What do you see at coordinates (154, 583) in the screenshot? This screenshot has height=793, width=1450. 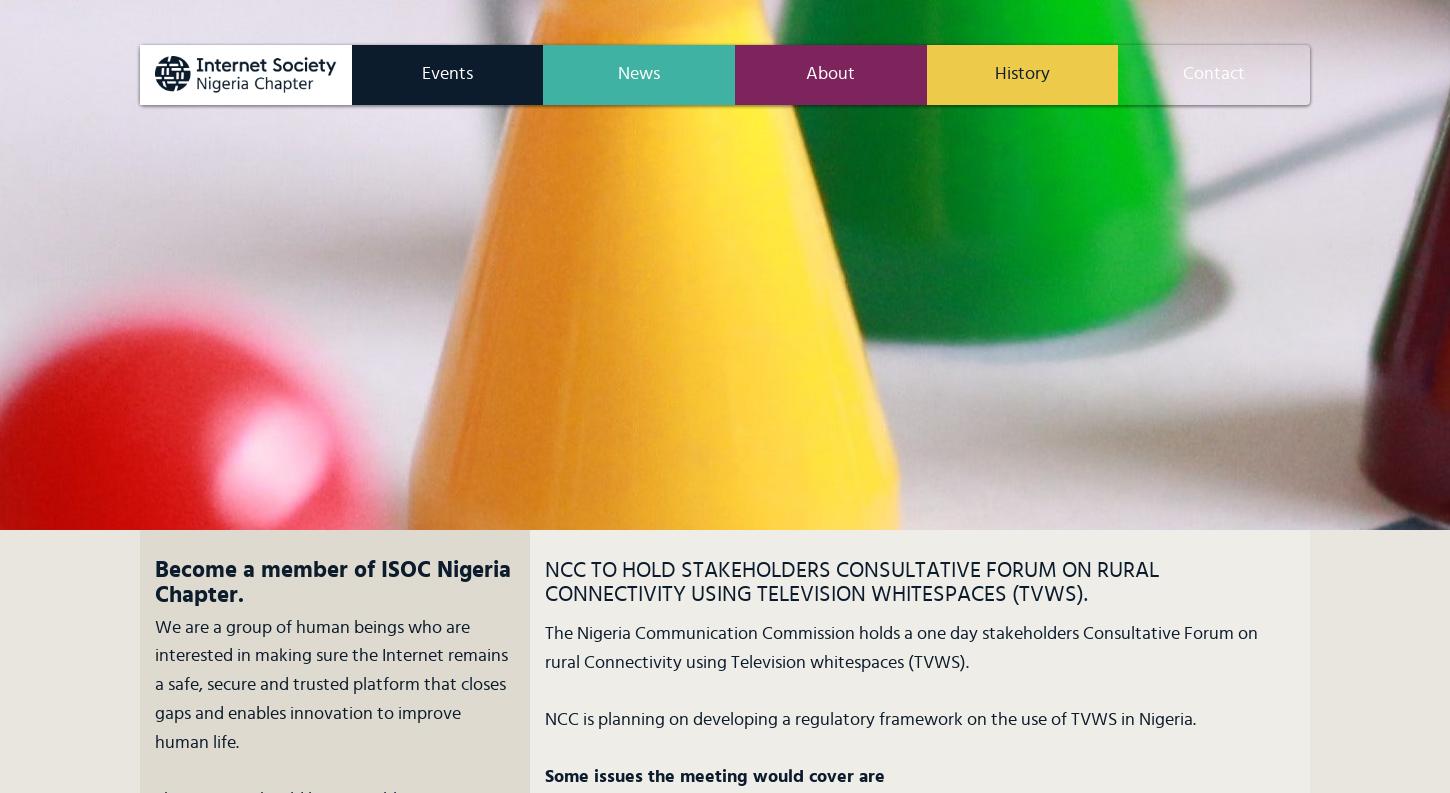 I see `'Become a member of ISOC Nigeria Chapter.'` at bounding box center [154, 583].